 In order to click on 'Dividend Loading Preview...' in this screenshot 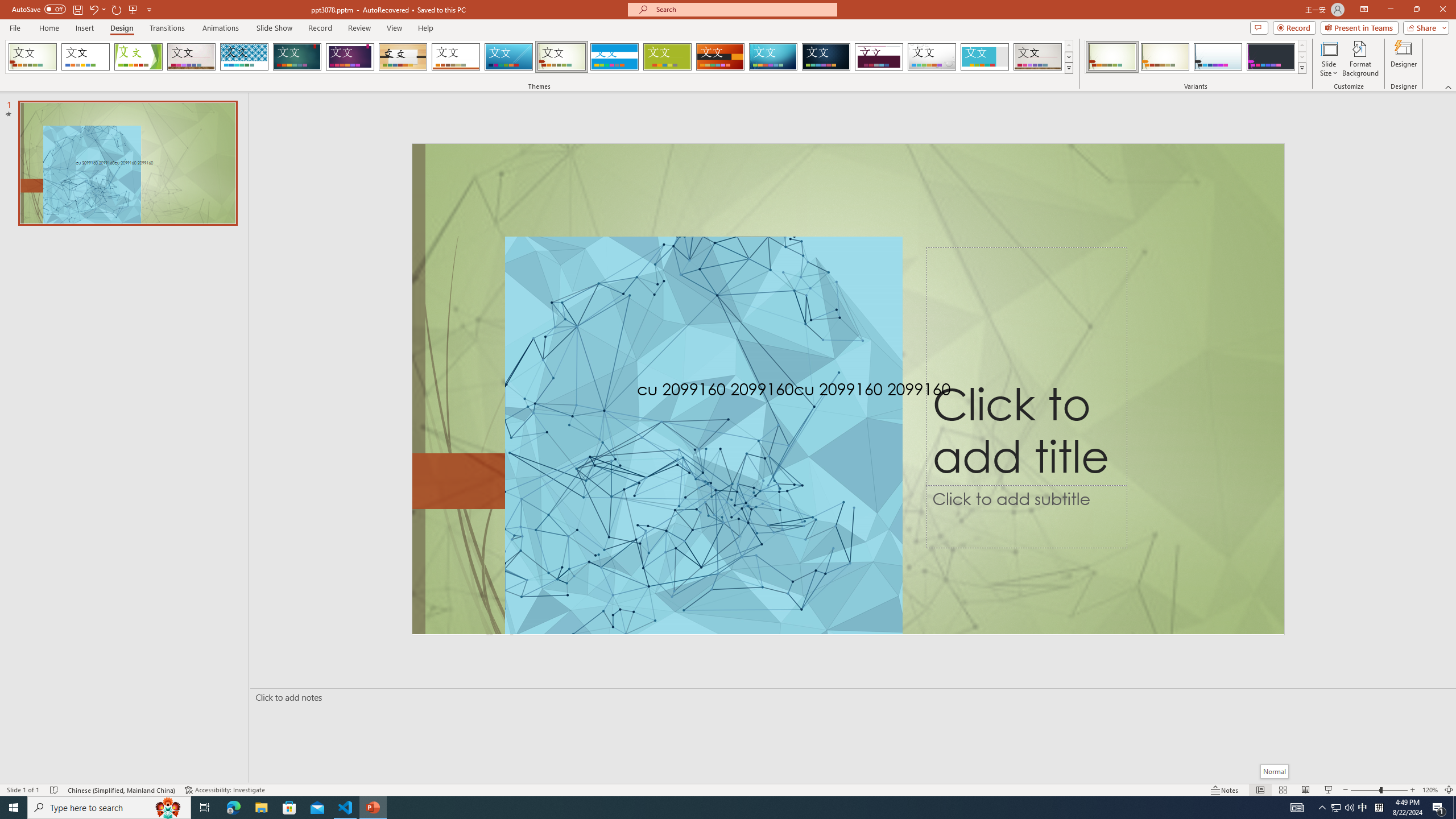, I will do `click(879, 56)`.